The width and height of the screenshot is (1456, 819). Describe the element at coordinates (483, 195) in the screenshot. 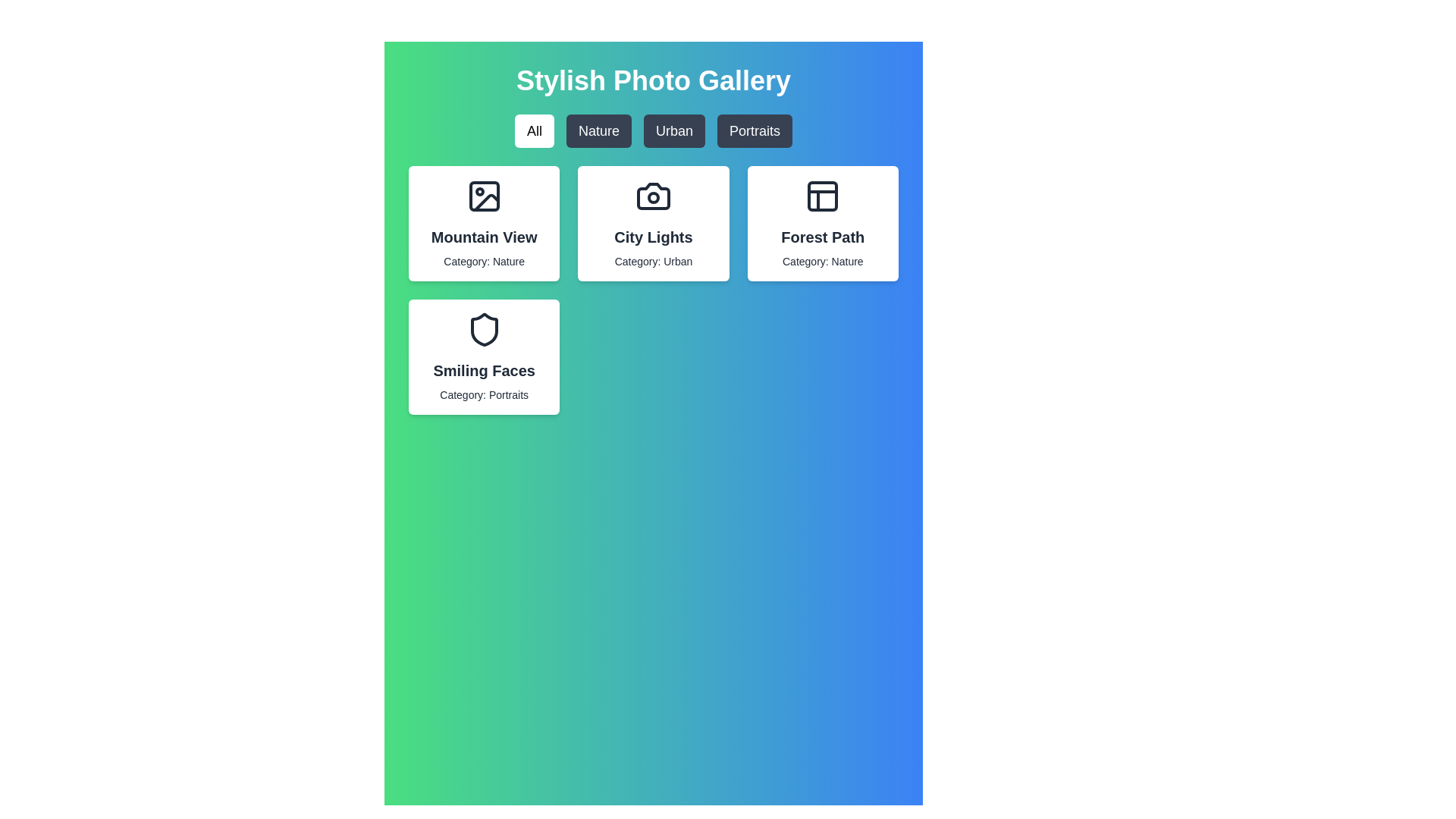

I see `the icon representing the 'Mountain View' card, which visually indicates image-related content and is located at the top-left of a grid layout with other cards` at that location.